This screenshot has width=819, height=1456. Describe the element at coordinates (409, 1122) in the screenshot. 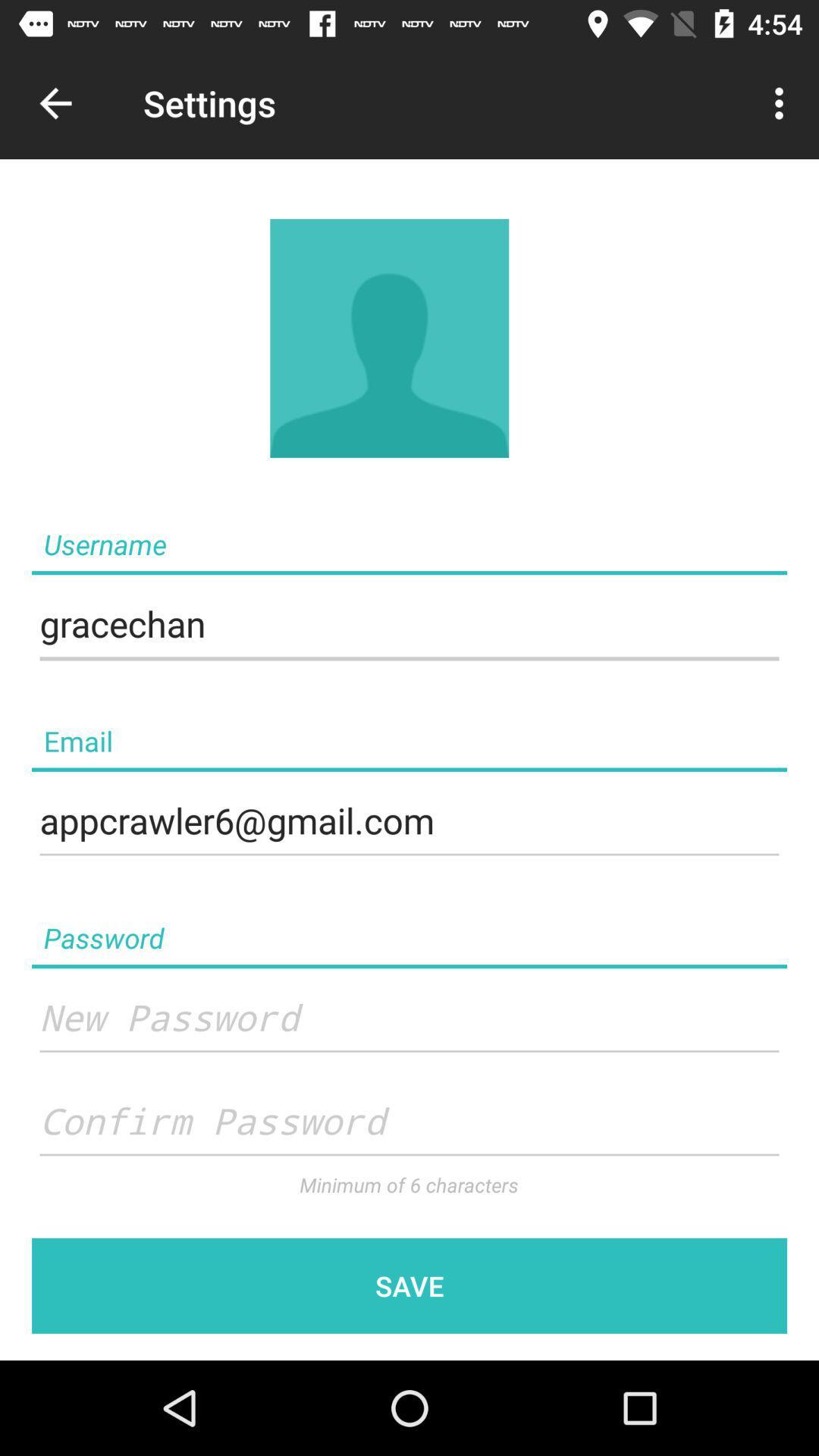

I see `confirm your password` at that location.